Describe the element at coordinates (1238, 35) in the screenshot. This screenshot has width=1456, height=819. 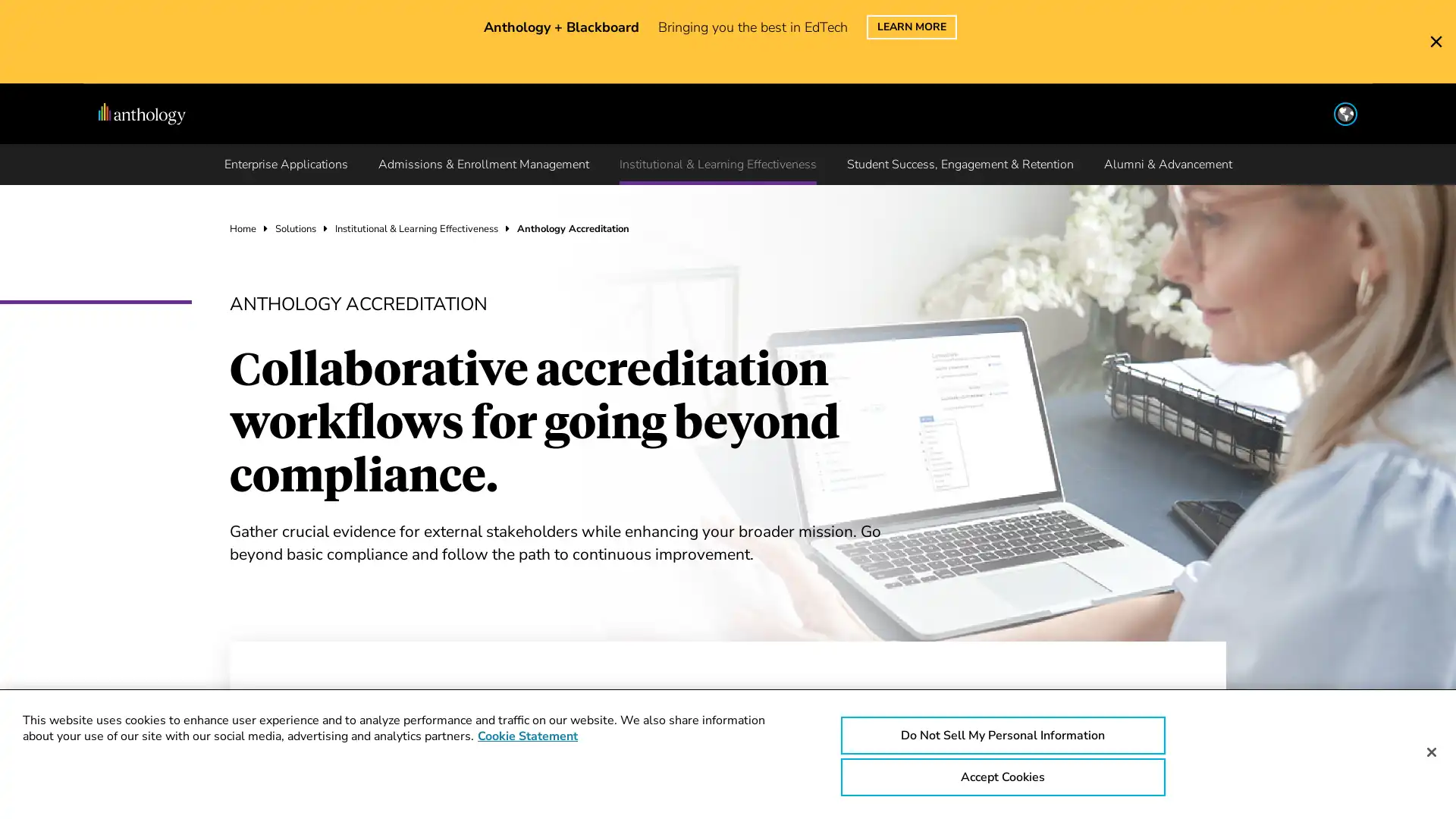
I see `CLOSE` at that location.